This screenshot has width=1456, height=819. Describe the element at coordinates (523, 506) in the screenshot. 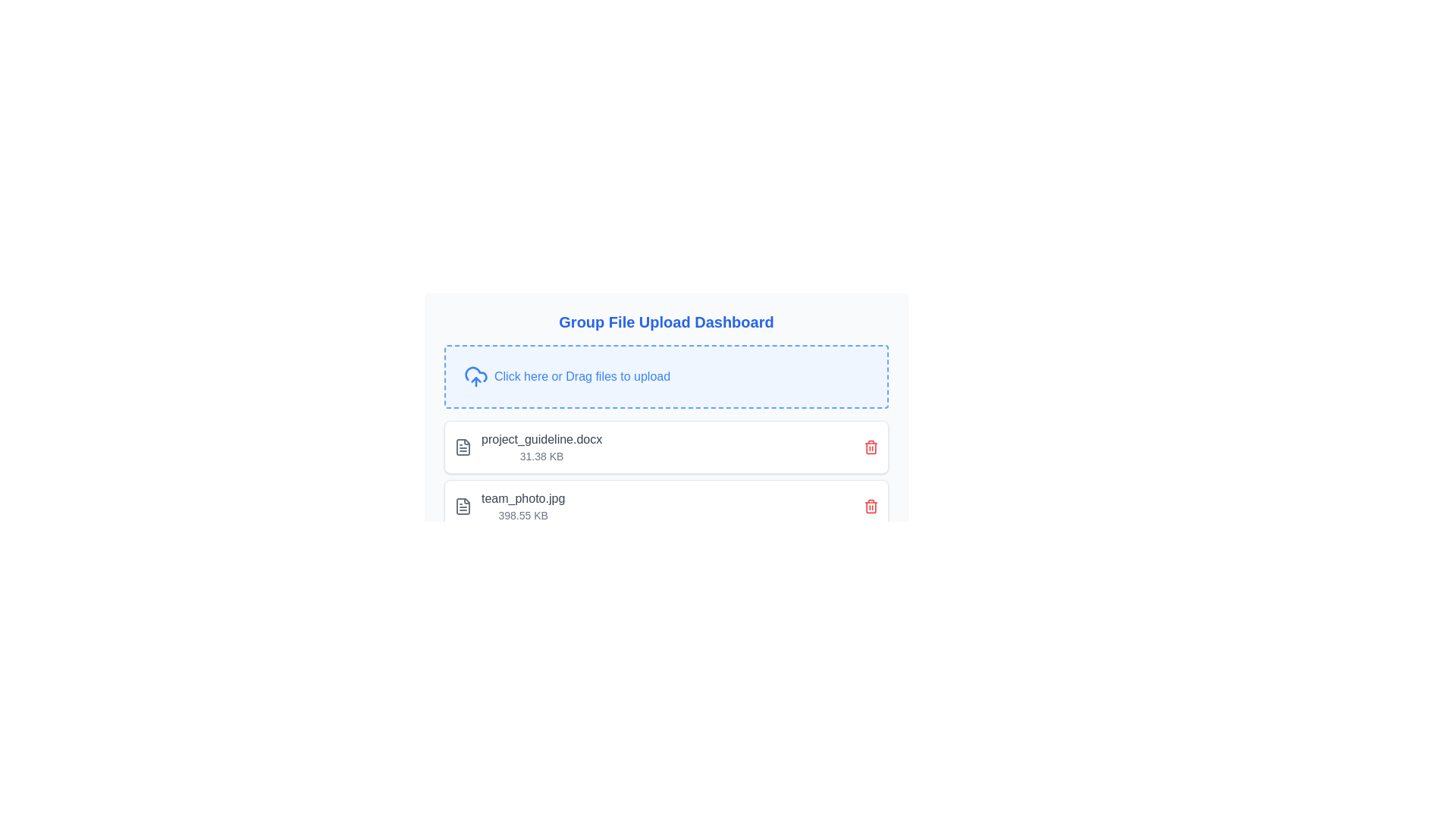

I see `the text label representing the uploaded file, which shows its name and size, located in the file upload list, specifically the second item after 'project_guideline.docx 31.38 KB'` at that location.